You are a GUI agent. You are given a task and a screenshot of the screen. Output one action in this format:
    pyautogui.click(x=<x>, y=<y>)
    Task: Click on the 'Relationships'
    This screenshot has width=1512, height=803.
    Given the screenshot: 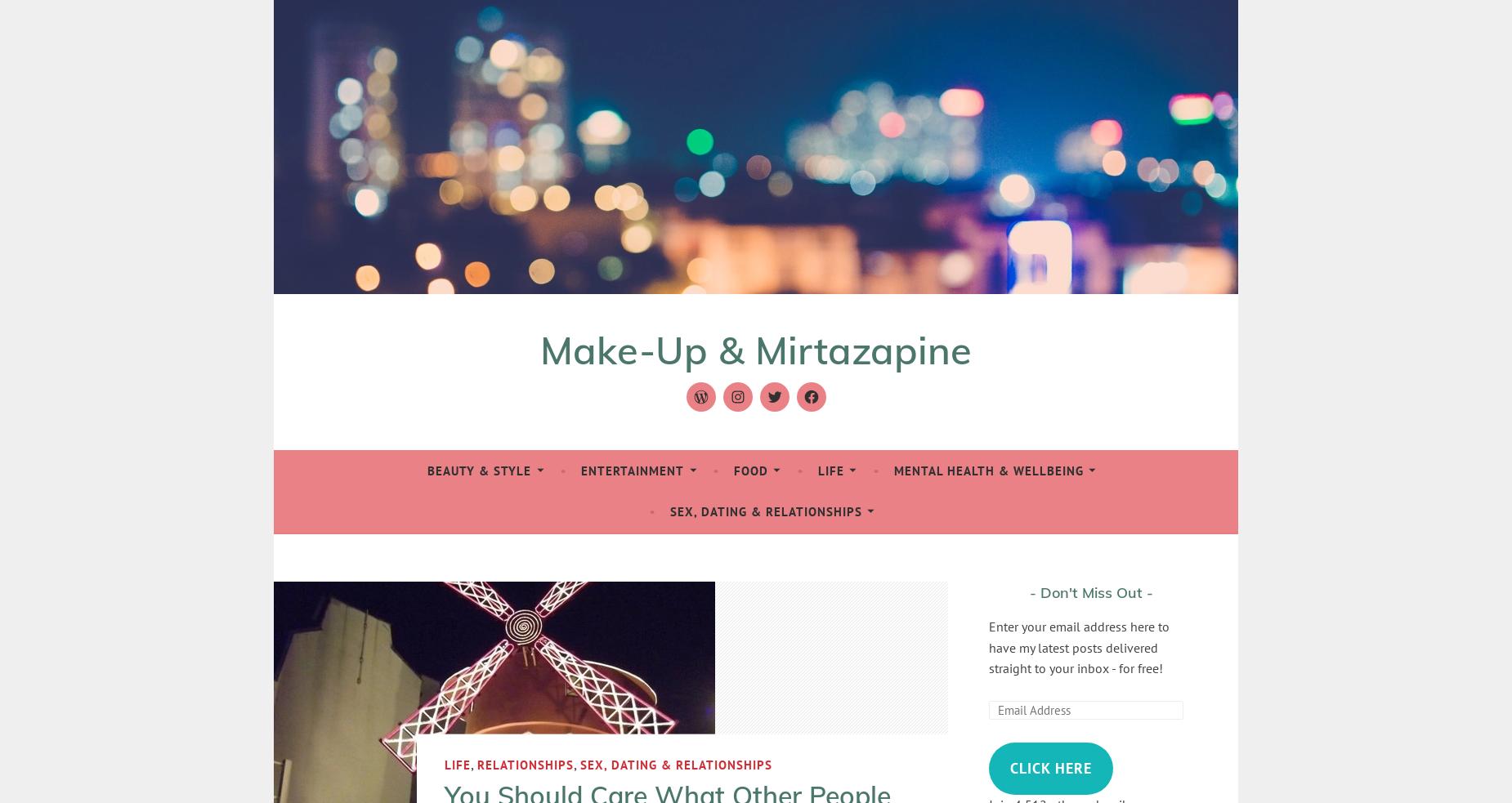 What is the action you would take?
    pyautogui.click(x=526, y=764)
    